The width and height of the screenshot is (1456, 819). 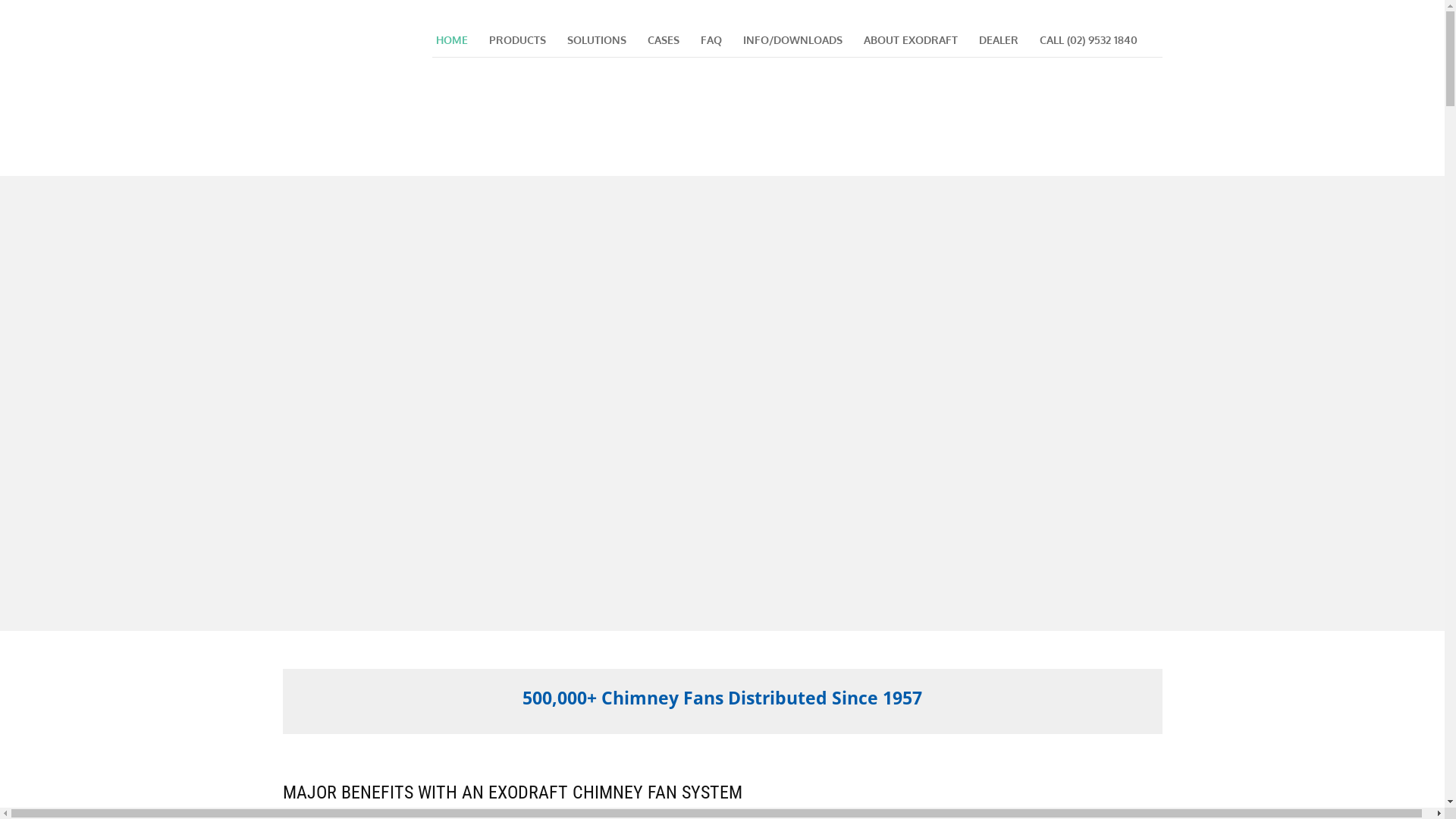 What do you see at coordinates (643, 39) in the screenshot?
I see `'CASES'` at bounding box center [643, 39].